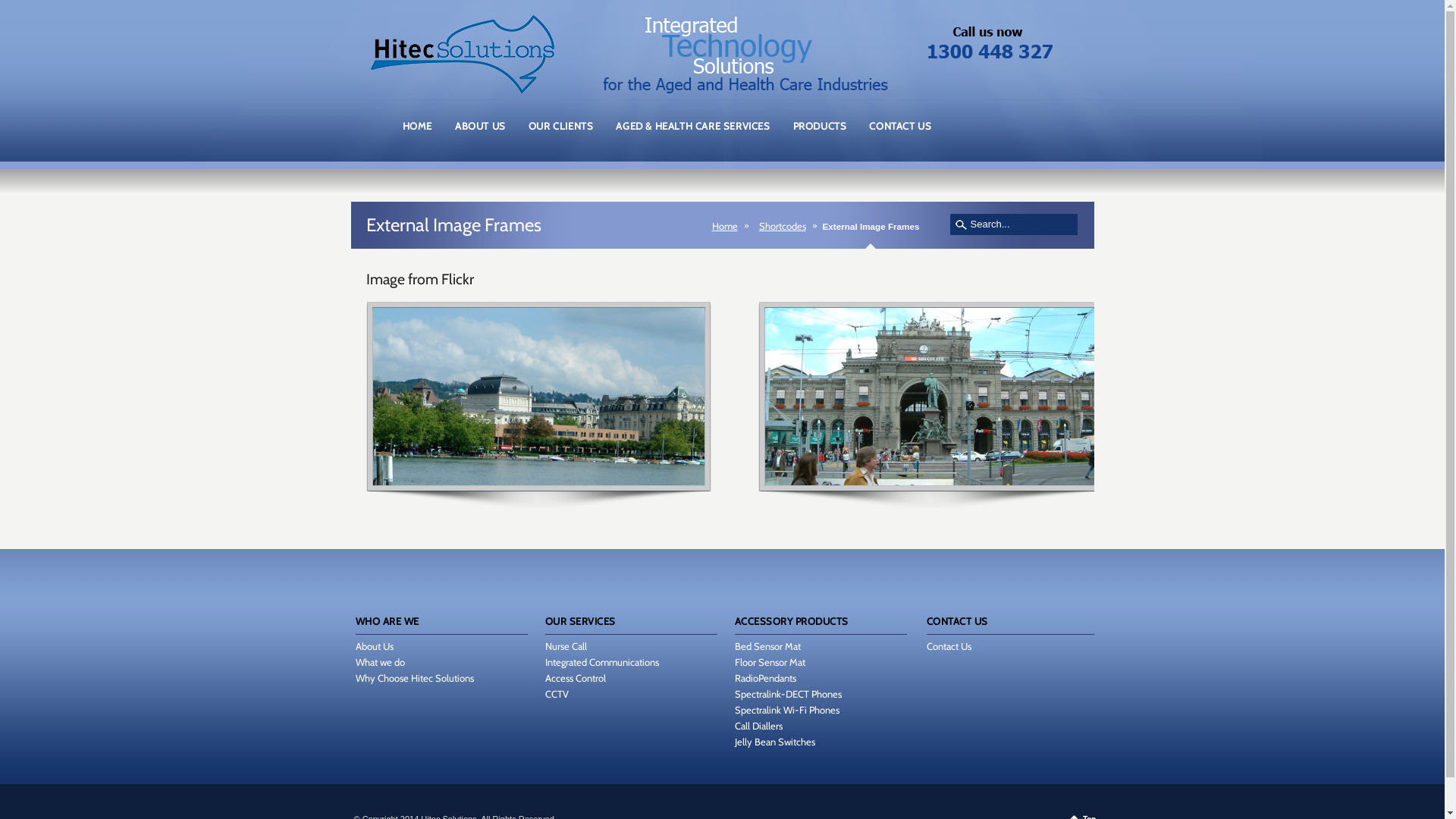 Image resolution: width=1456 pixels, height=819 pixels. Describe the element at coordinates (899, 133) in the screenshot. I see `'CONTACT US'` at that location.